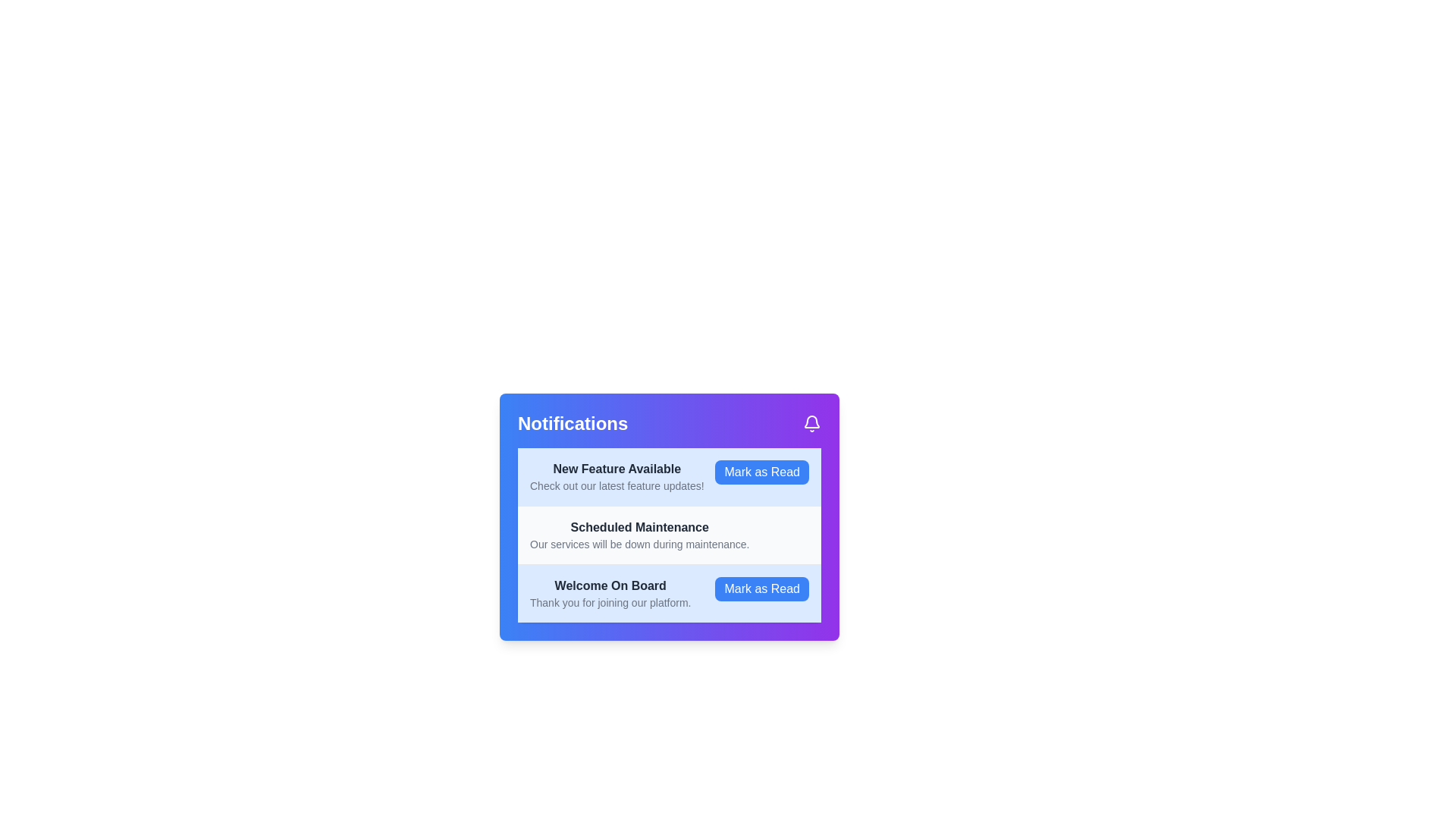 The width and height of the screenshot is (1456, 819). What do you see at coordinates (617, 485) in the screenshot?
I see `text label providing supplementary information under the heading 'New Feature Available' in the topmost notification card of the 'Notifications' widget` at bounding box center [617, 485].